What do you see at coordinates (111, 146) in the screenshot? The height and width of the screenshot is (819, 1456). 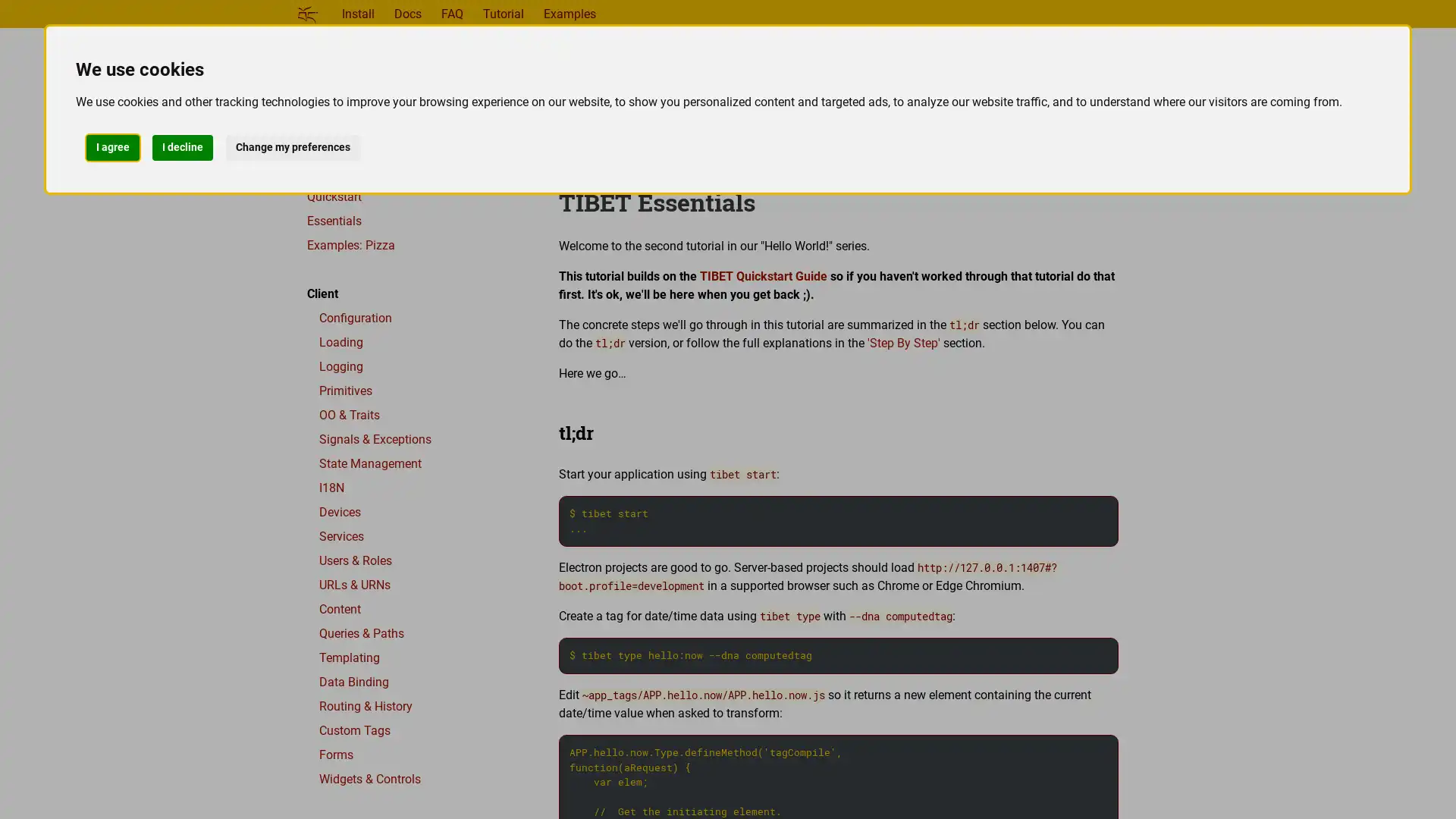 I see `I agree` at bounding box center [111, 146].